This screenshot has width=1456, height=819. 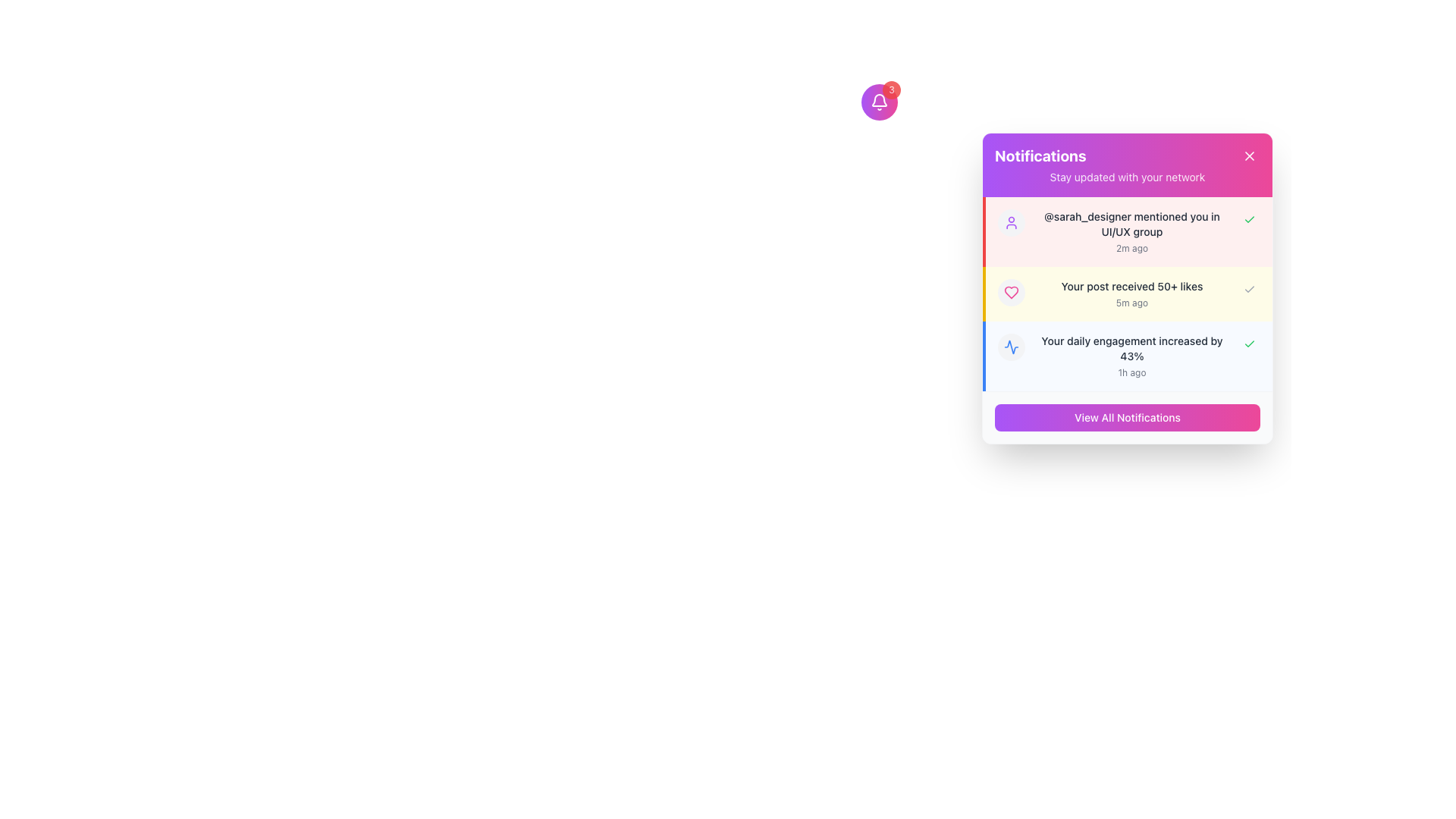 I want to click on the notification button located at the bottom-center of the notification panel with a white background and pink gradient header, so click(x=1128, y=418).